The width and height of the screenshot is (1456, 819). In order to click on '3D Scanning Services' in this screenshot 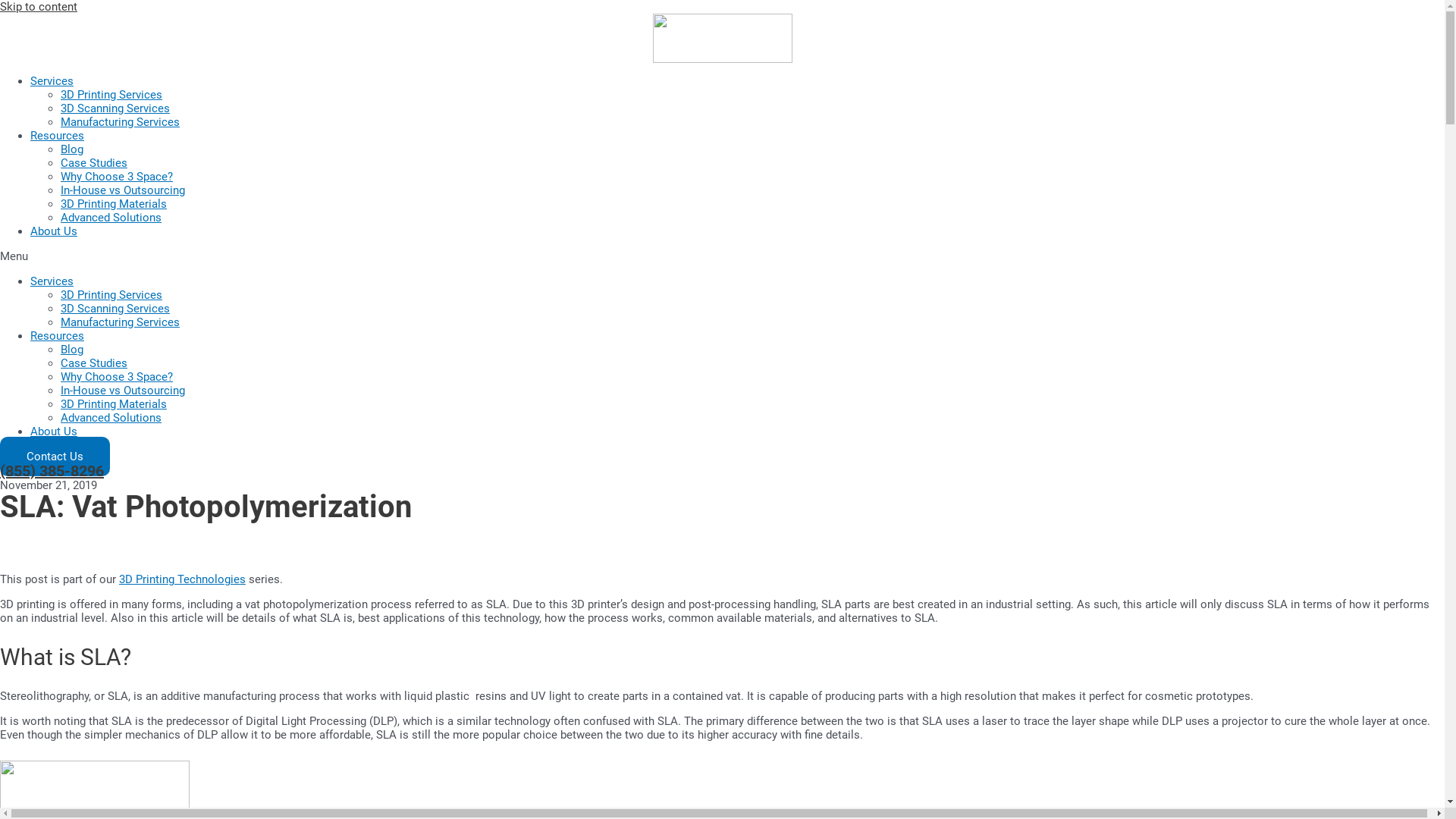, I will do `click(61, 107)`.